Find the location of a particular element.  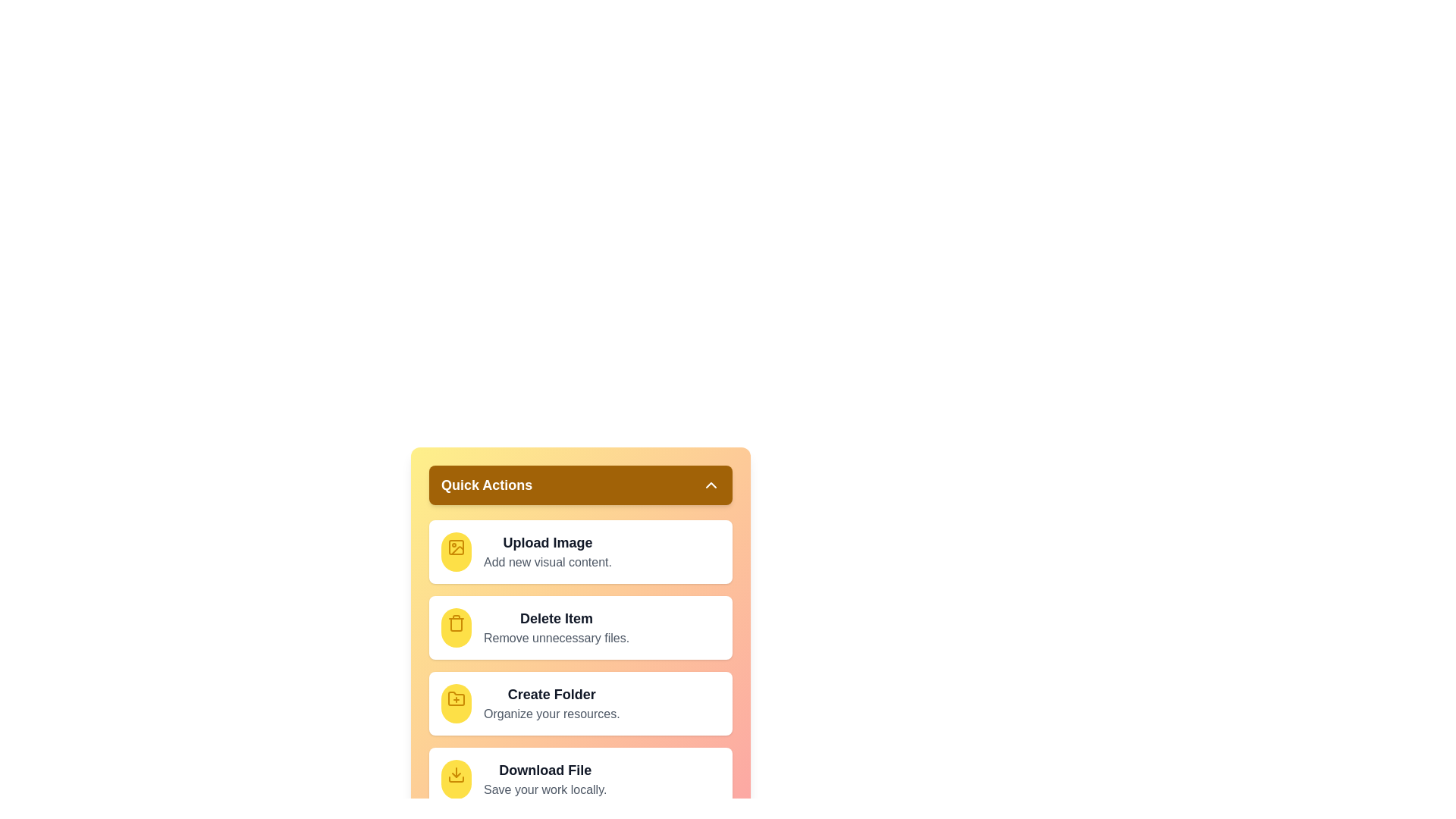

the header button to toggle the menu visibility is located at coordinates (580, 485).